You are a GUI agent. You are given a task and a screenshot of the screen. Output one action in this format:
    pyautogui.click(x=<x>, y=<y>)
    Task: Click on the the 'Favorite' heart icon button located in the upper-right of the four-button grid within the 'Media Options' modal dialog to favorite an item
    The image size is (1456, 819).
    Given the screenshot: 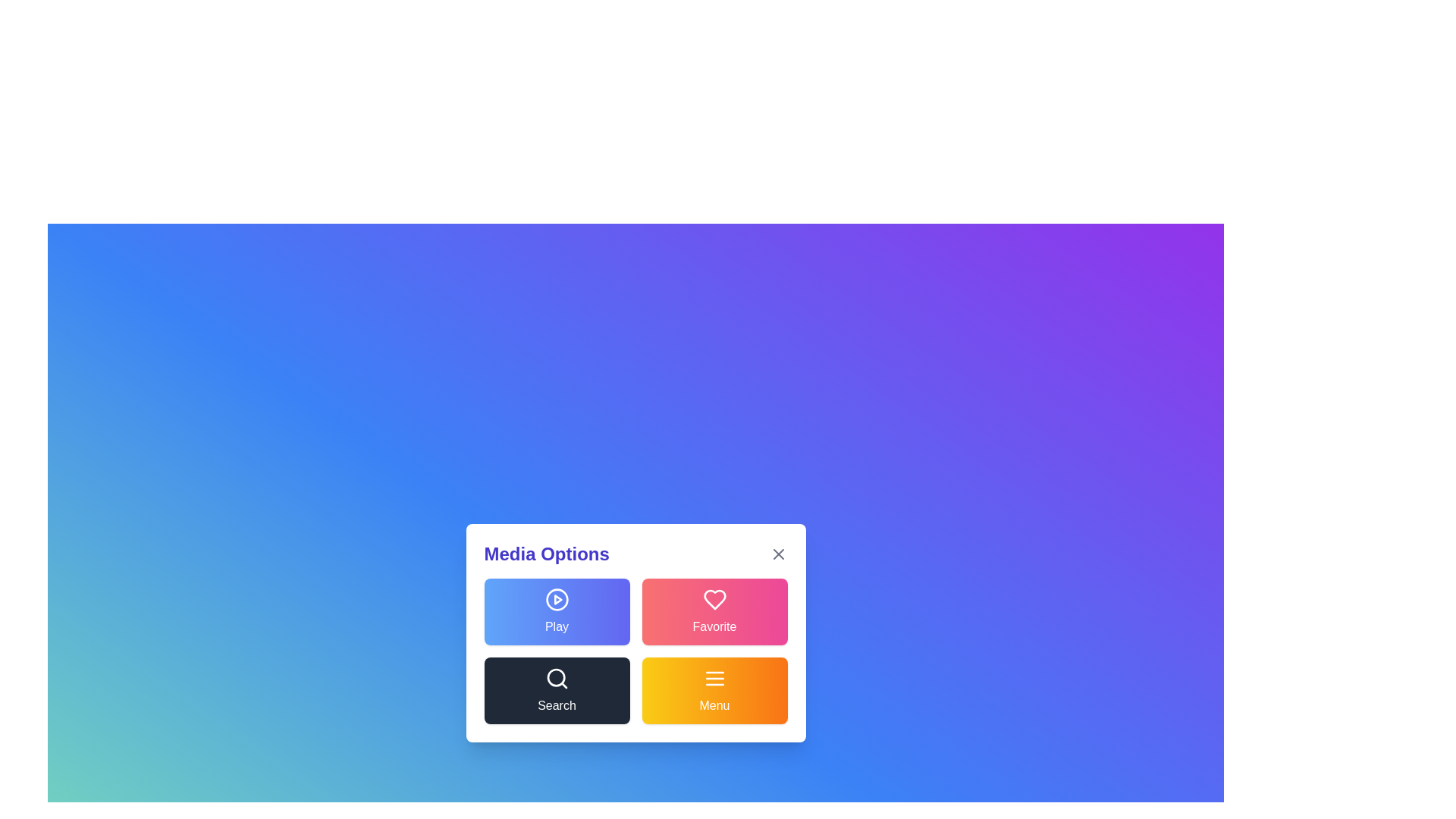 What is the action you would take?
    pyautogui.click(x=714, y=598)
    